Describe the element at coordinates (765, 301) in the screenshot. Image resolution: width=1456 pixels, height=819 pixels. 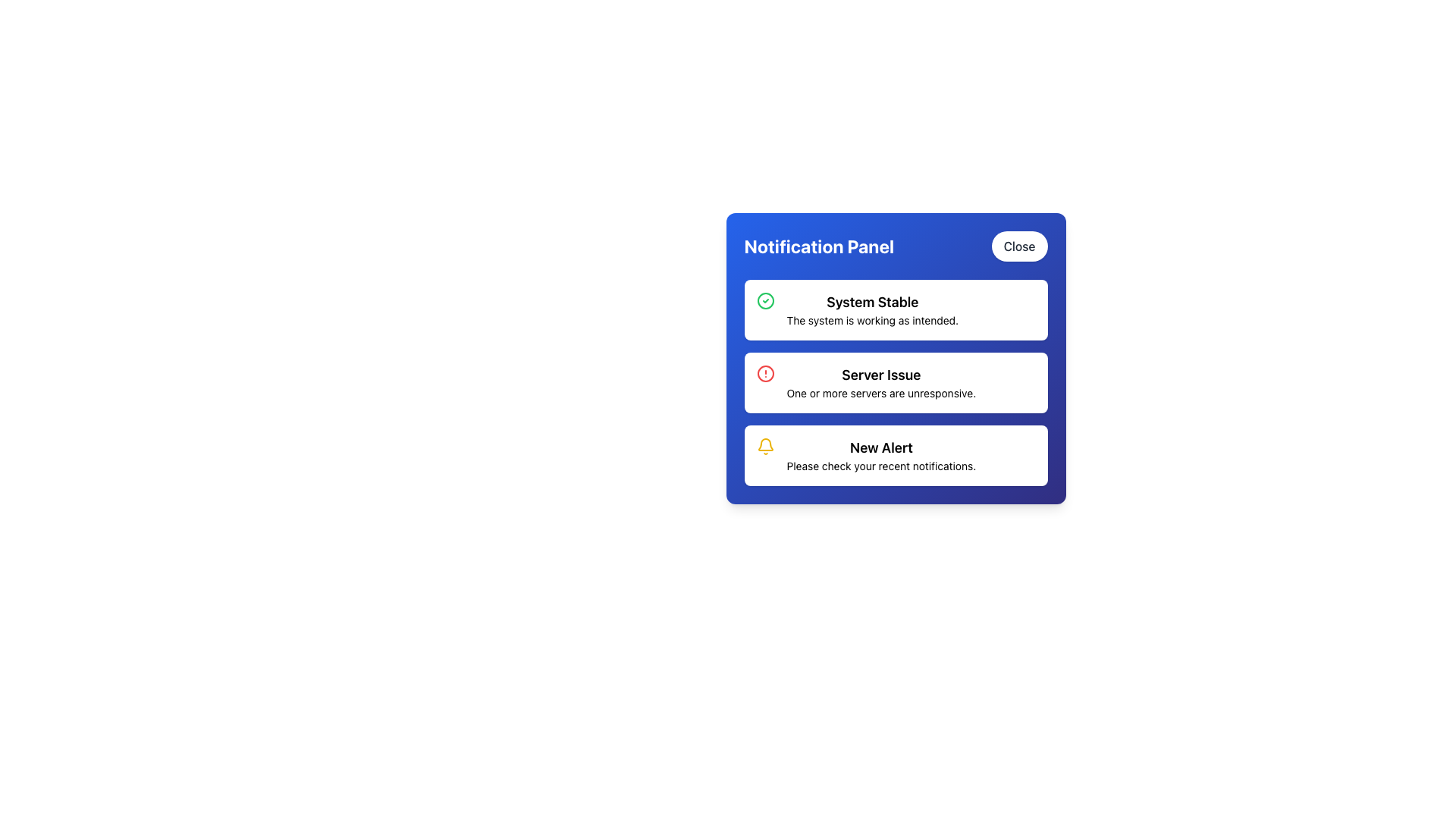
I see `the circular SVG shape that indicates the status of the first notification entry titled 'System Stable' located on the leftmost side of the entry` at that location.